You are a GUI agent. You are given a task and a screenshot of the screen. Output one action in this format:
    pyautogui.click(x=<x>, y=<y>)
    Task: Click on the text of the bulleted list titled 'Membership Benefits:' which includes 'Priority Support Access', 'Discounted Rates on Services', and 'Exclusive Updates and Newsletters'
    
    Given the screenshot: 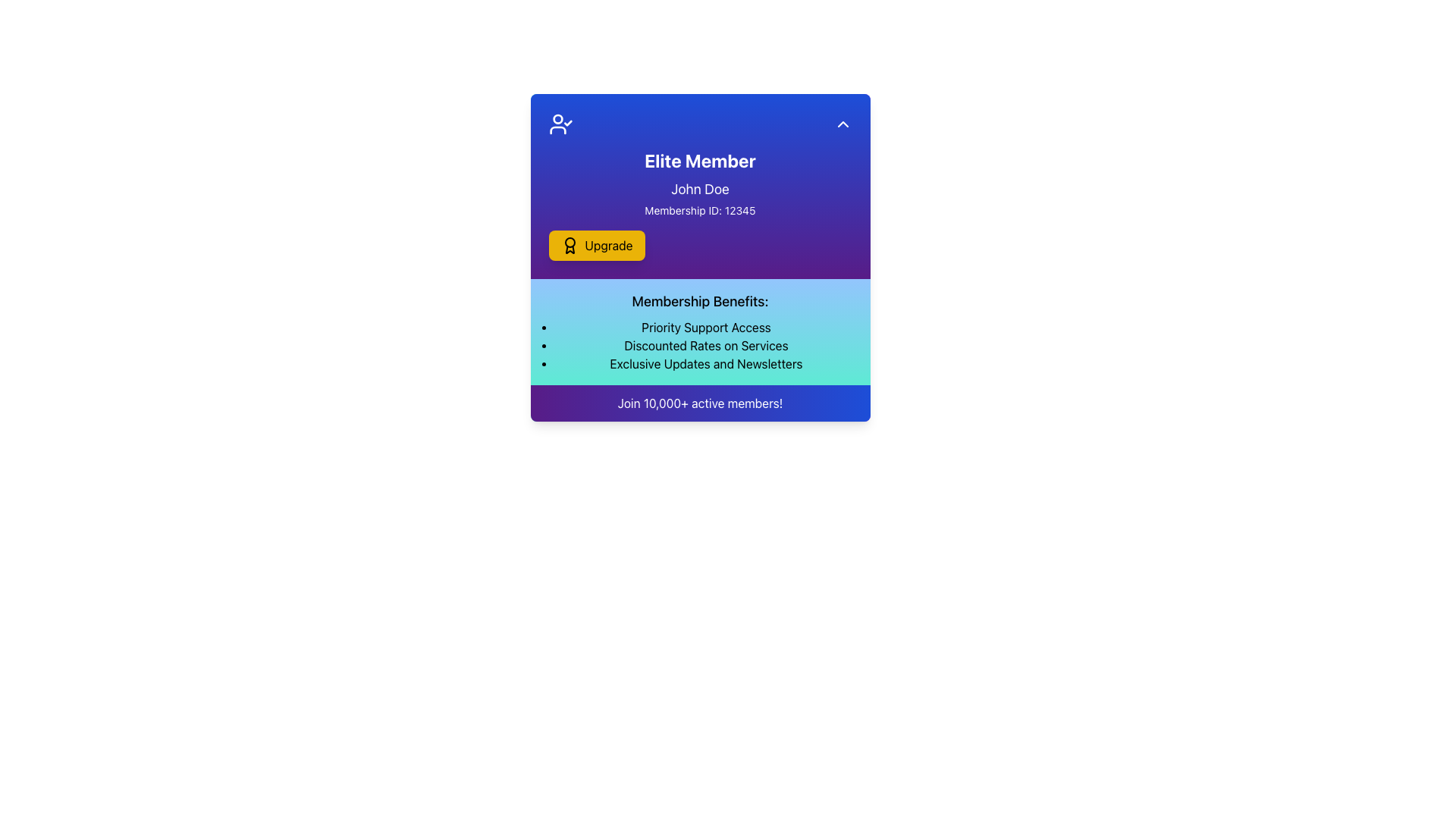 What is the action you would take?
    pyautogui.click(x=705, y=345)
    